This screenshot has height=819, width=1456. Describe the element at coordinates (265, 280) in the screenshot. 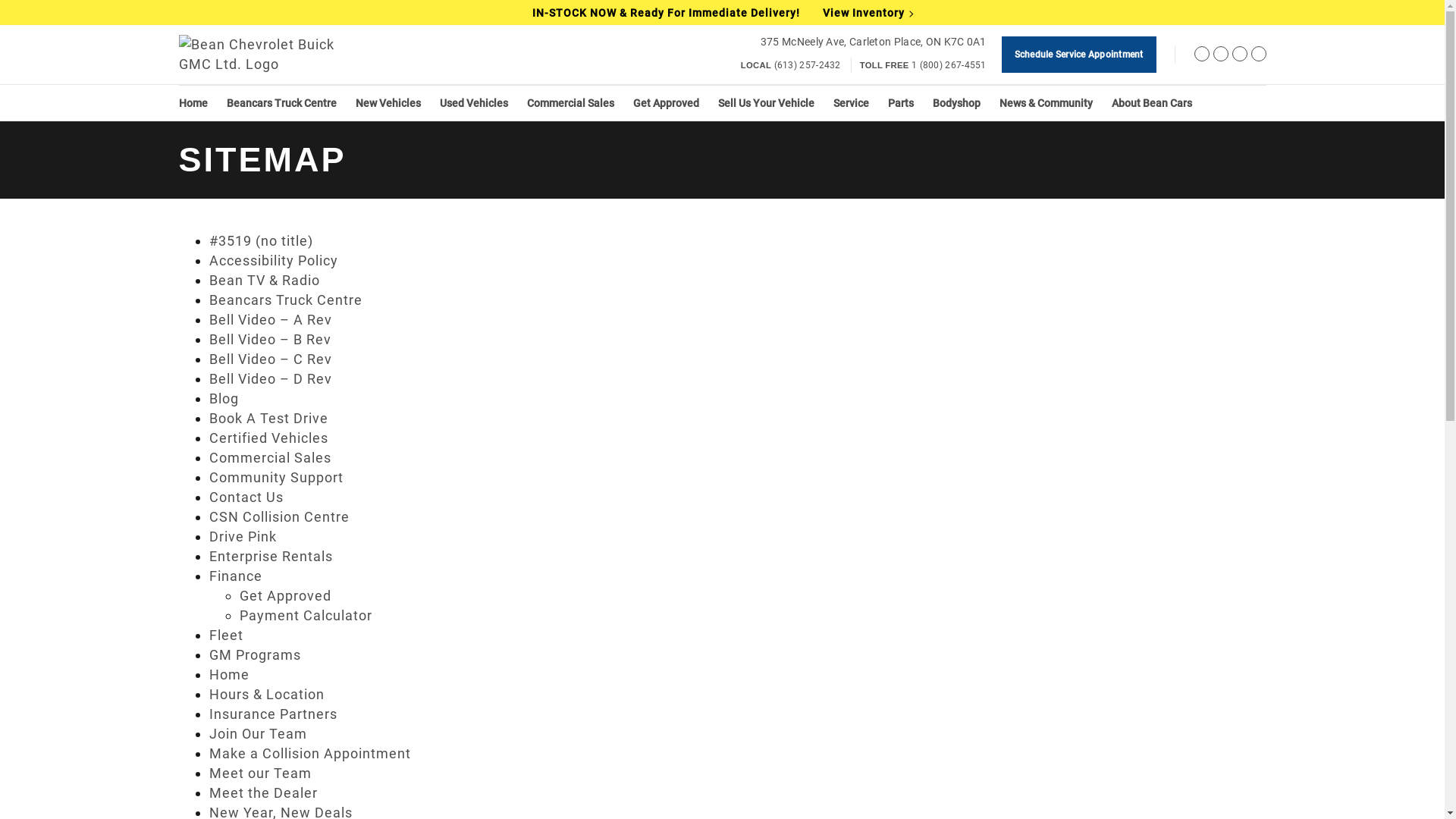

I see `'Bean TV & Radio'` at that location.